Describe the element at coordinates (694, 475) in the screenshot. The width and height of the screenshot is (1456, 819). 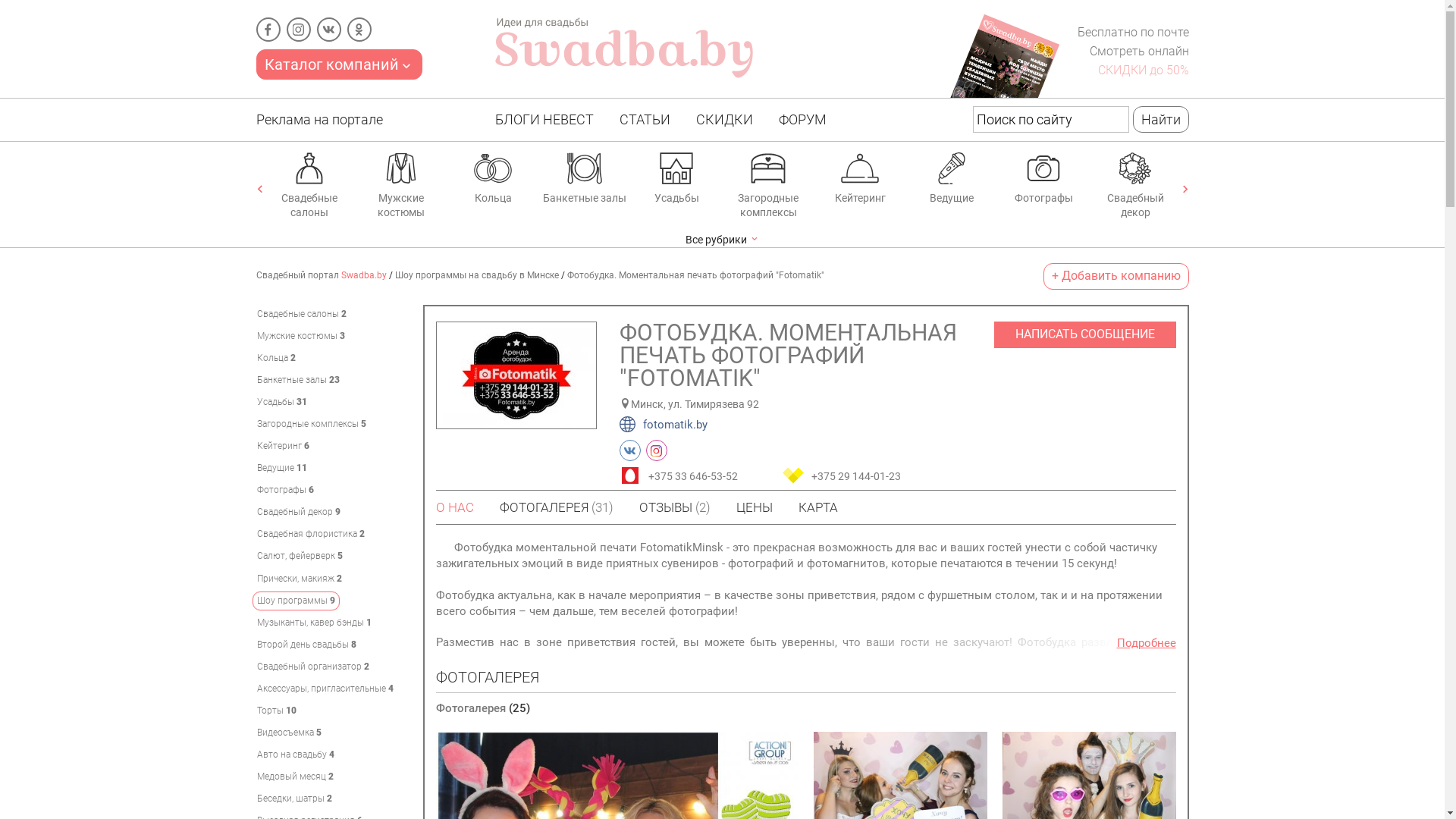
I see `'+375 33 646-53-52'` at that location.